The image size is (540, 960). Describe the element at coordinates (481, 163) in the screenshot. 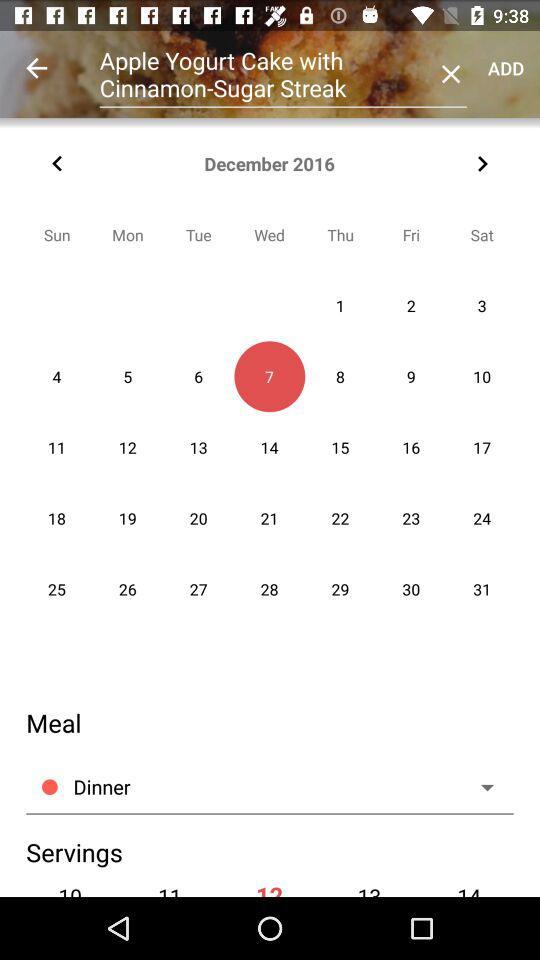

I see `the arrow_forward icon` at that location.